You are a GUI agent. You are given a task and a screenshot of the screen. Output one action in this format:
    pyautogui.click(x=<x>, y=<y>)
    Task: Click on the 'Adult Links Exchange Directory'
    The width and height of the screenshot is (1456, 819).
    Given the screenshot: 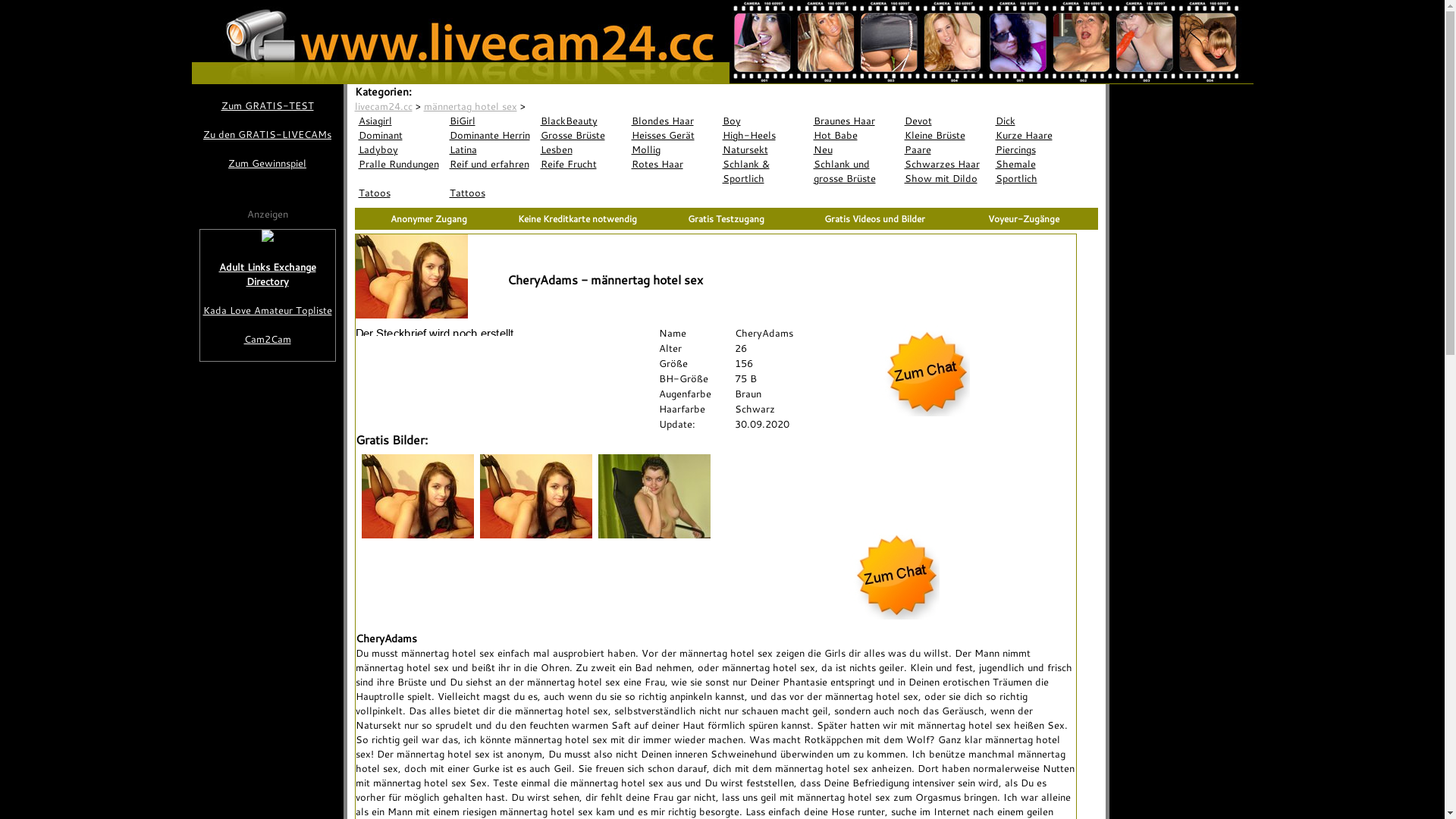 What is the action you would take?
    pyautogui.click(x=199, y=275)
    